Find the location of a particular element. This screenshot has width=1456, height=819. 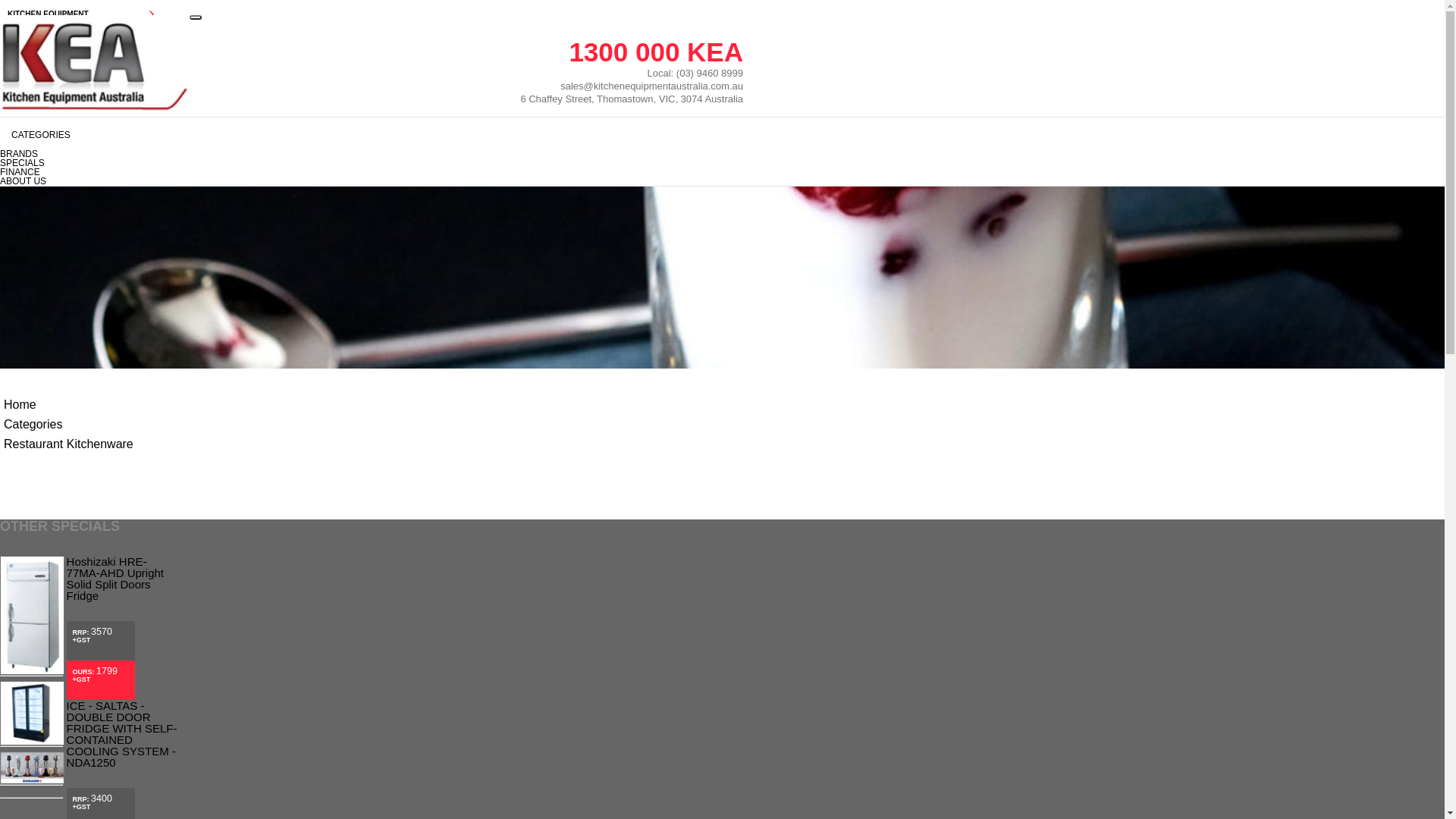

'BRANDS' is located at coordinates (18, 154).